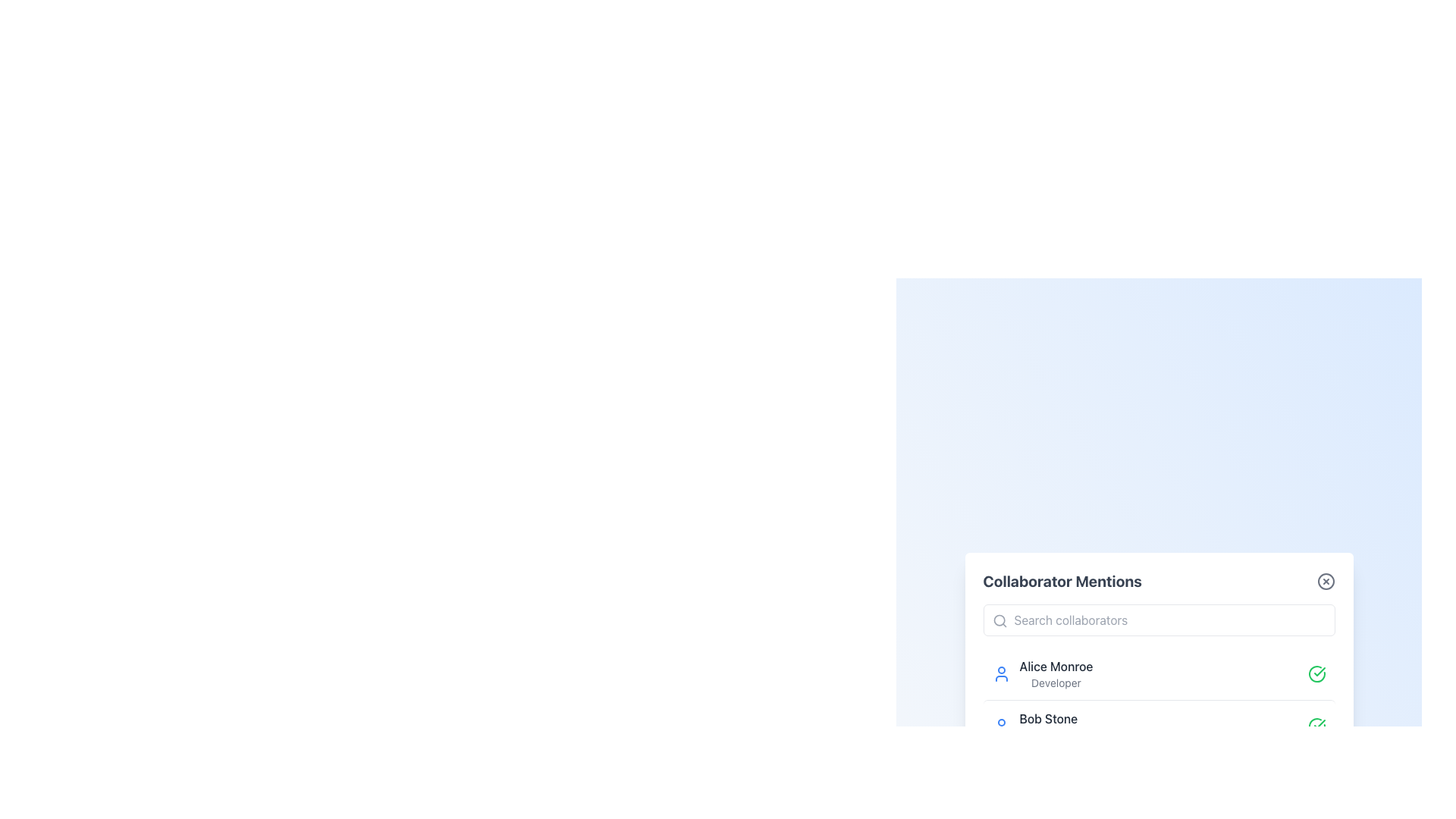 This screenshot has width=1456, height=819. I want to click on the appearance of the search icon represented by a magnifying glass, located to the left of the text input field for 'Search collaborators.', so click(999, 620).